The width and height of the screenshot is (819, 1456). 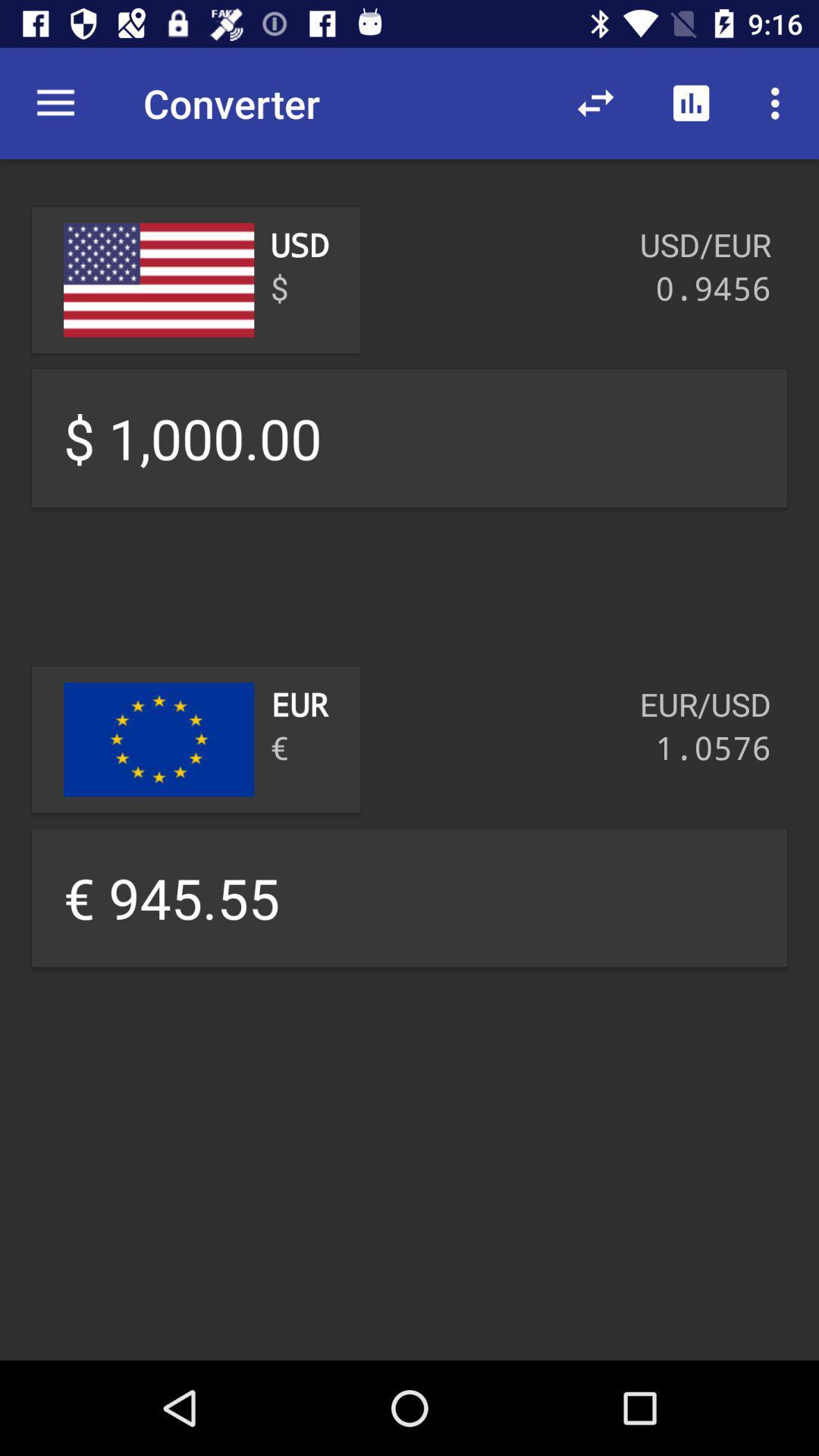 I want to click on item above usd/eur icon, so click(x=779, y=102).